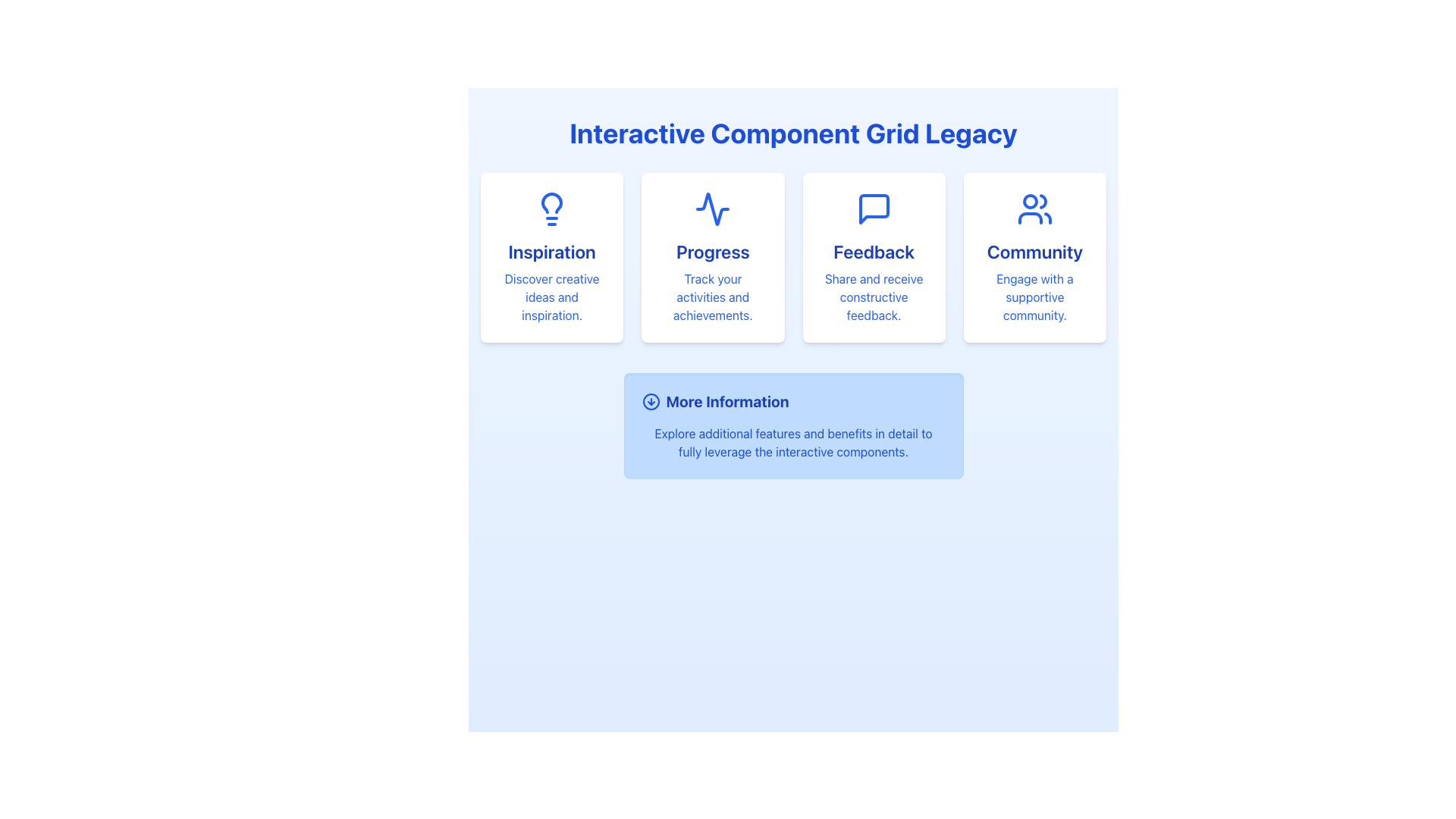 The height and width of the screenshot is (819, 1456). What do you see at coordinates (551, 250) in the screenshot?
I see `title text located in the top-left card of a four-card grid, which summarizes creative ideas and inspiration, situated below a lightbulb icon and above a descriptive text` at bounding box center [551, 250].